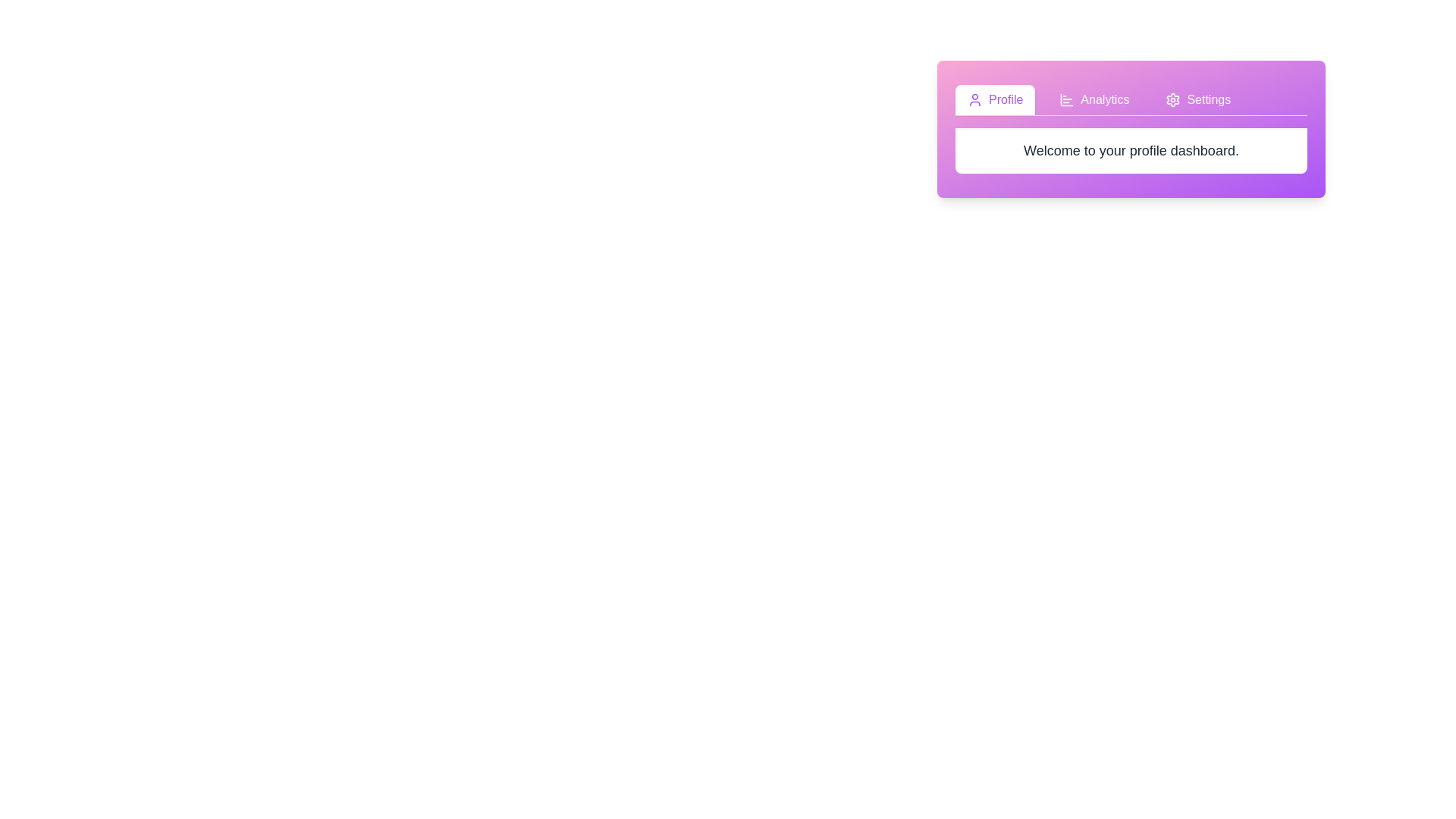  What do you see at coordinates (995, 99) in the screenshot?
I see `the Profile tab button` at bounding box center [995, 99].